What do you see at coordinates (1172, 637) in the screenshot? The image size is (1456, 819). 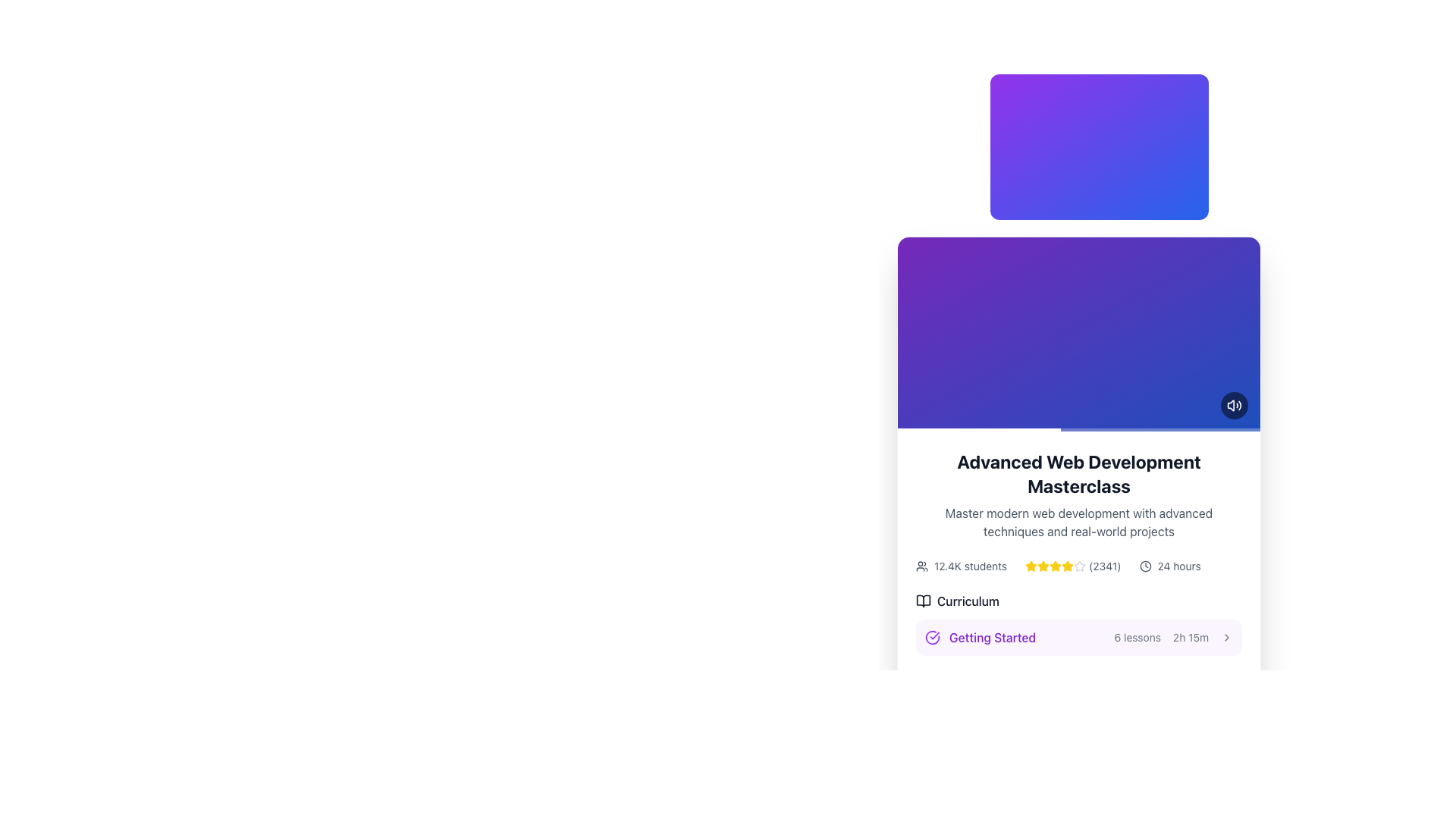 I see `the text information display showing '6 lessons 2h 15m', which is styled in light gray and located on the right side of the purple 'Getting Started' box` at bounding box center [1172, 637].